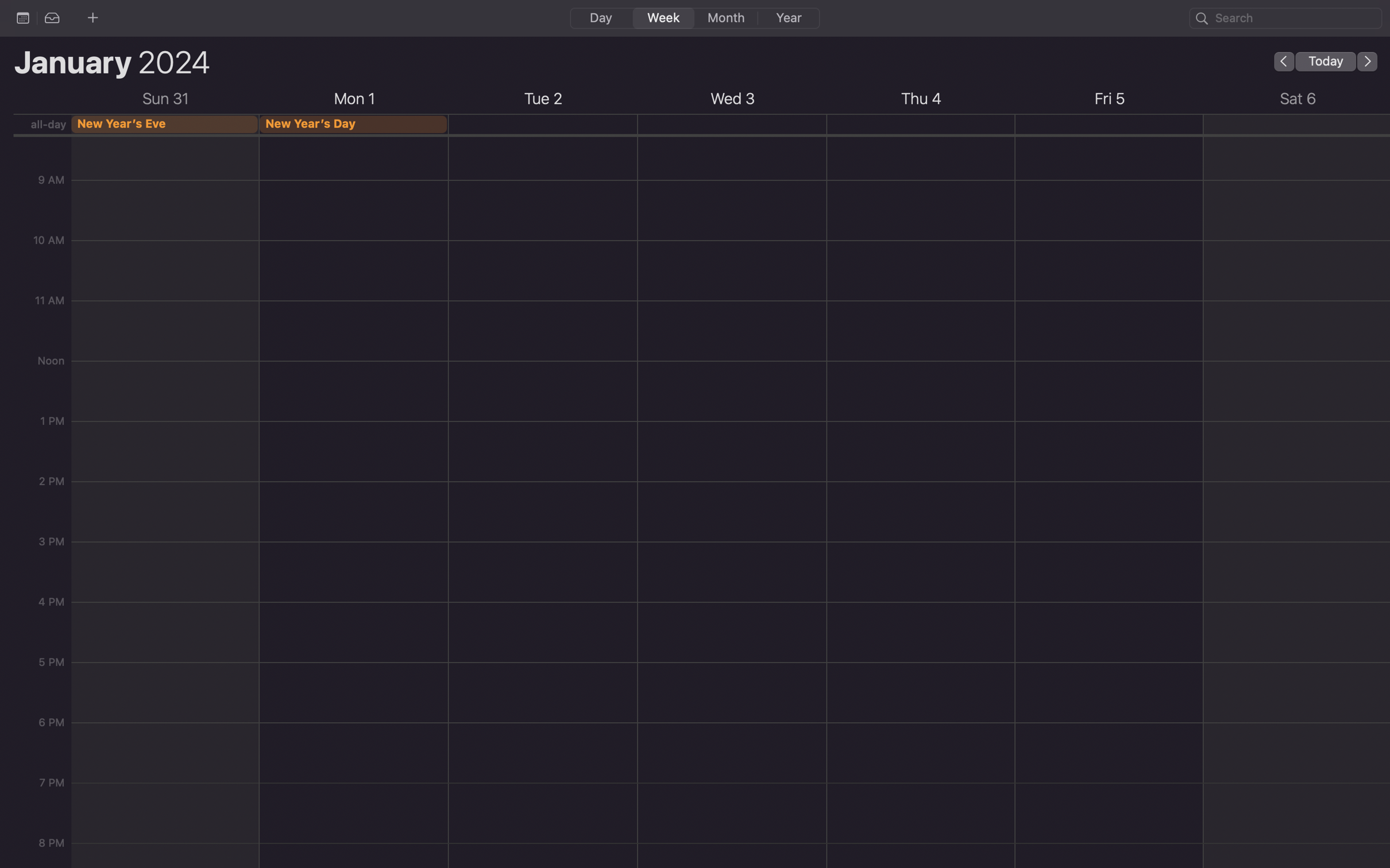 The width and height of the screenshot is (1390, 868). I want to click on Create an event for 2 pm on Tuesday, so click(542, 560).